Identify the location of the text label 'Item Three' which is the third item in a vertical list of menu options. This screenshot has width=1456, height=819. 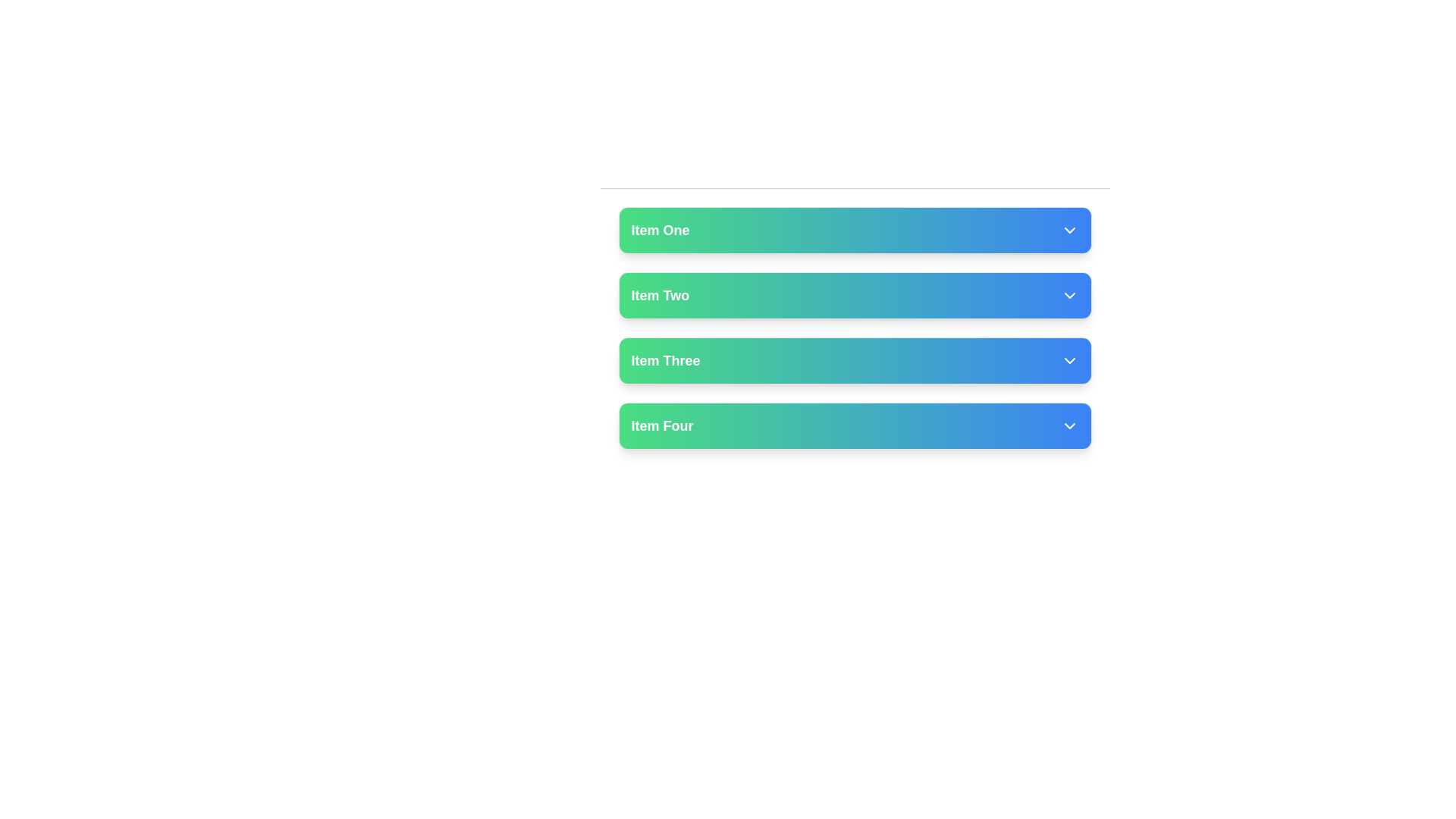
(666, 360).